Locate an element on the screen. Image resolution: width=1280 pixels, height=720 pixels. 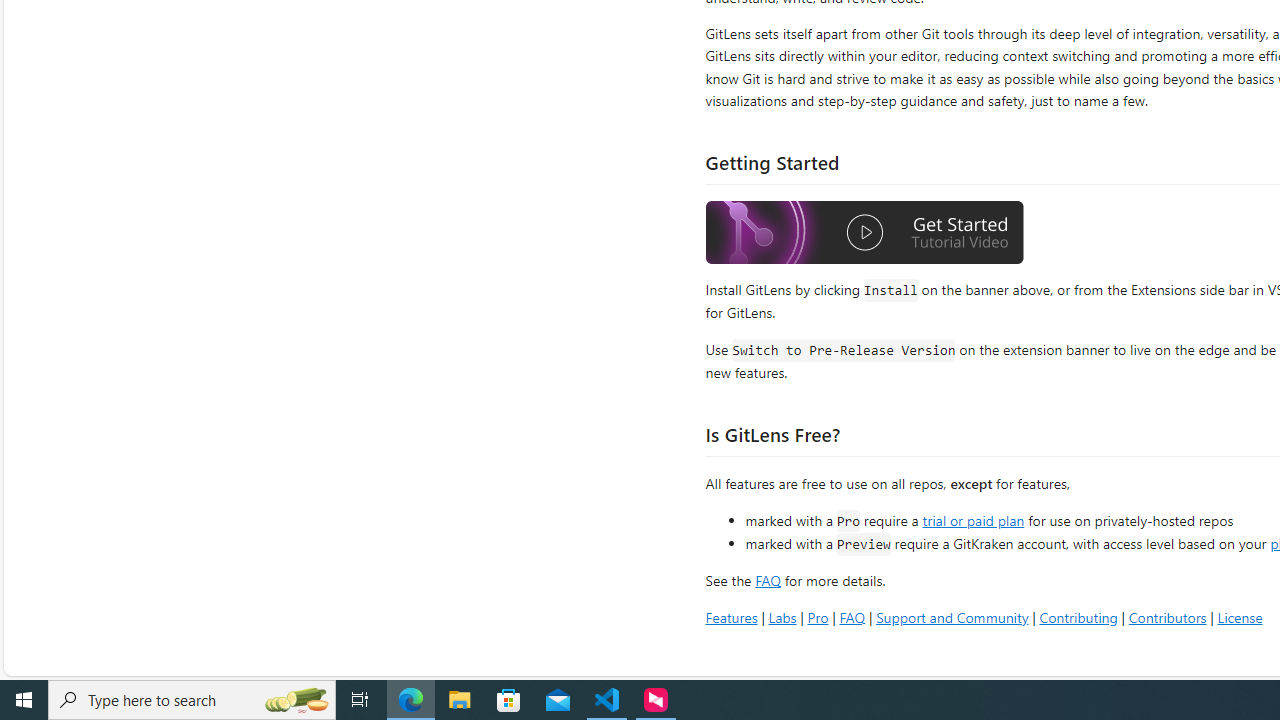
'Watch the GitLens Getting Started video' is located at coordinates (865, 234).